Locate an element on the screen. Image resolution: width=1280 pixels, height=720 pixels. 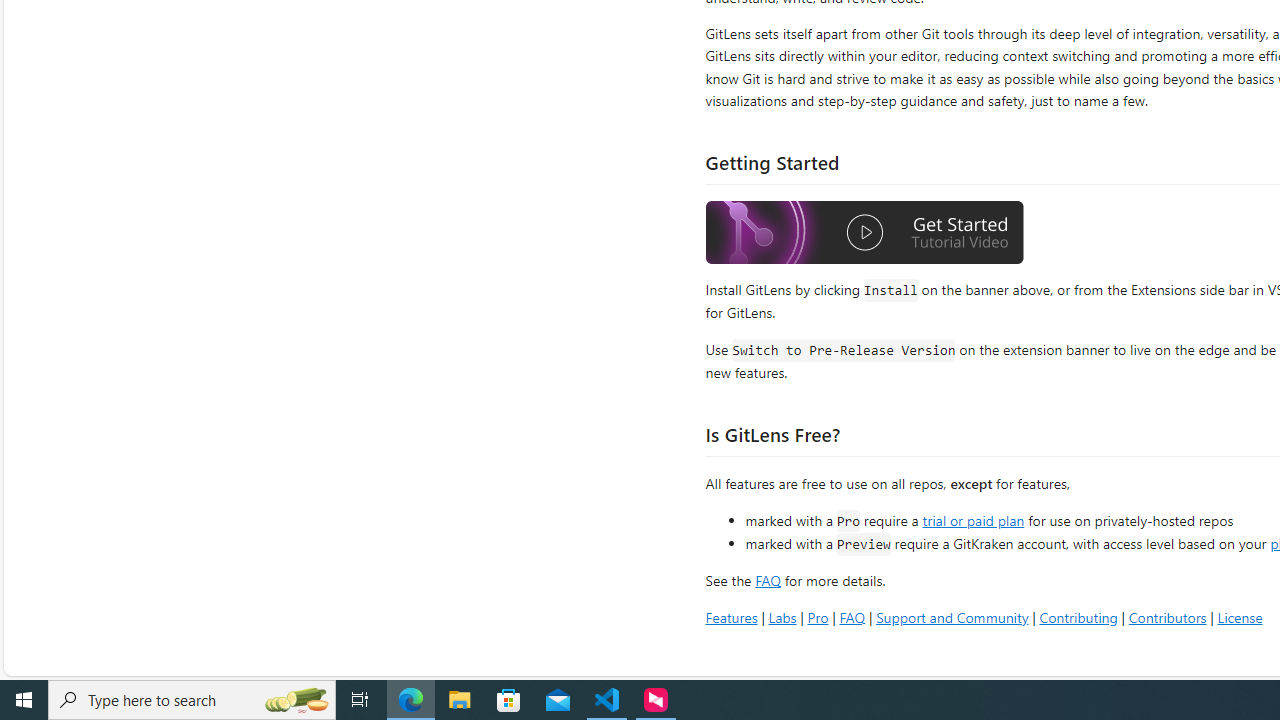
'Watch the GitLens Getting Started video' is located at coordinates (865, 234).